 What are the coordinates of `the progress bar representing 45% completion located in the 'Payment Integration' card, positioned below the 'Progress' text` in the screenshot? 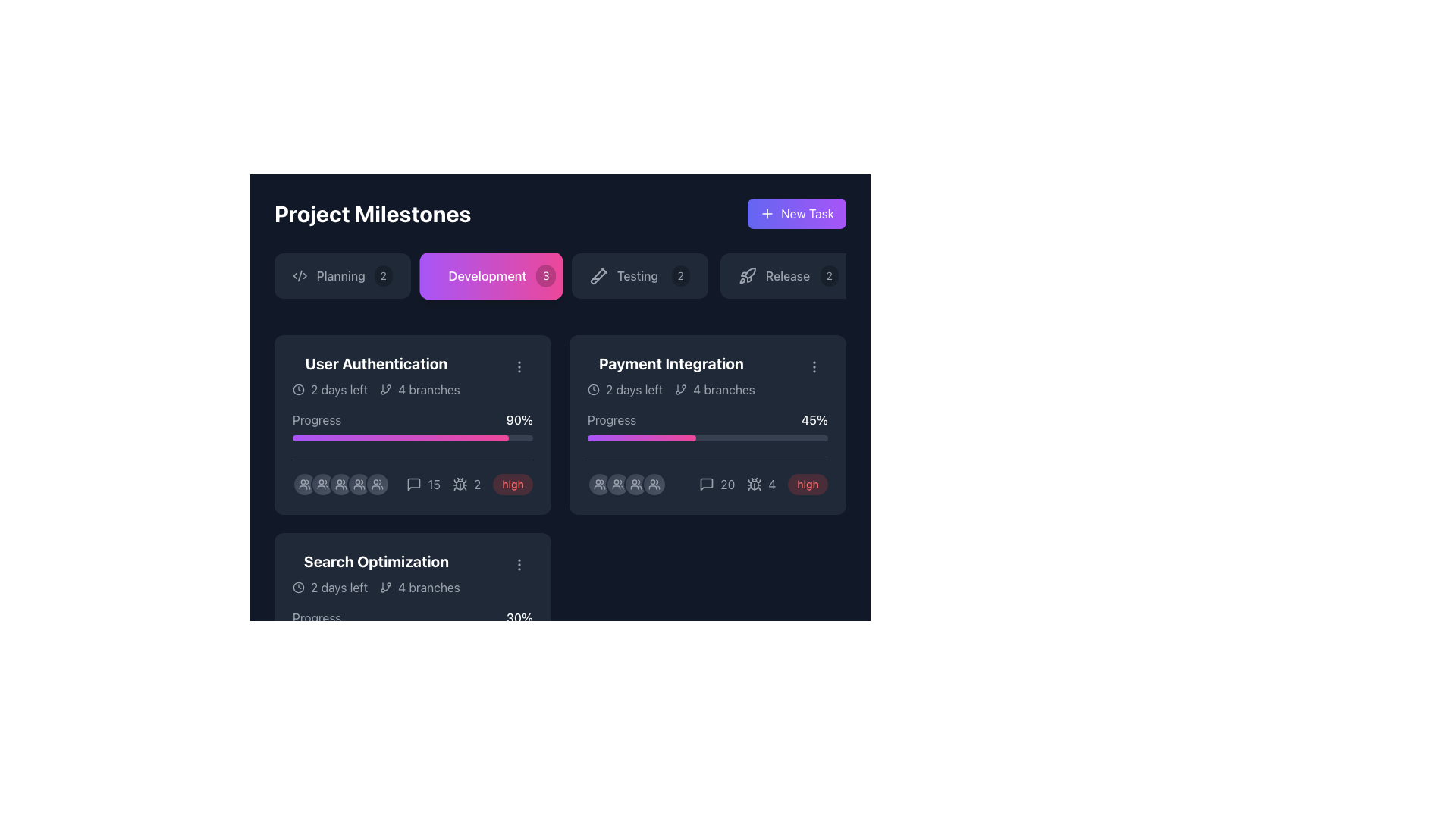 It's located at (707, 438).